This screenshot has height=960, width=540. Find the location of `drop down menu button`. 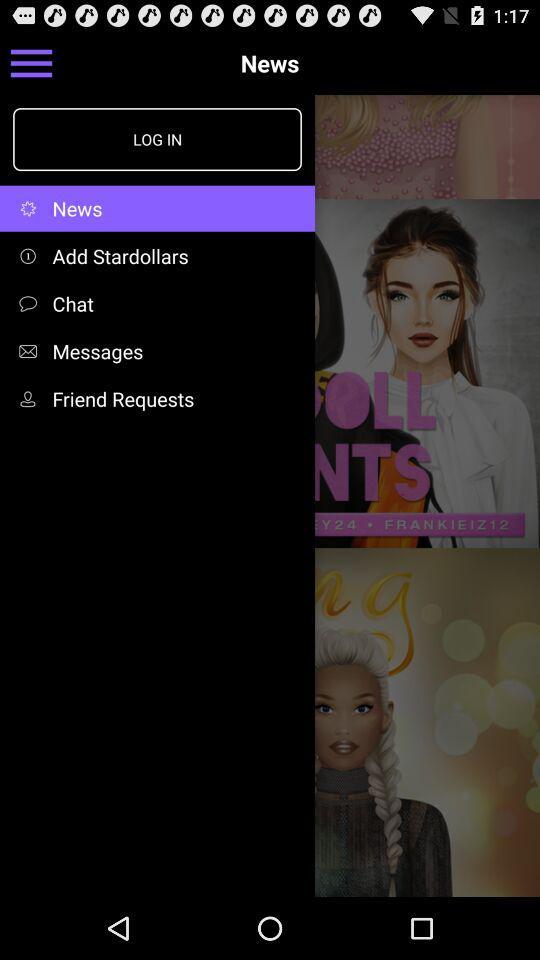

drop down menu button is located at coordinates (30, 62).